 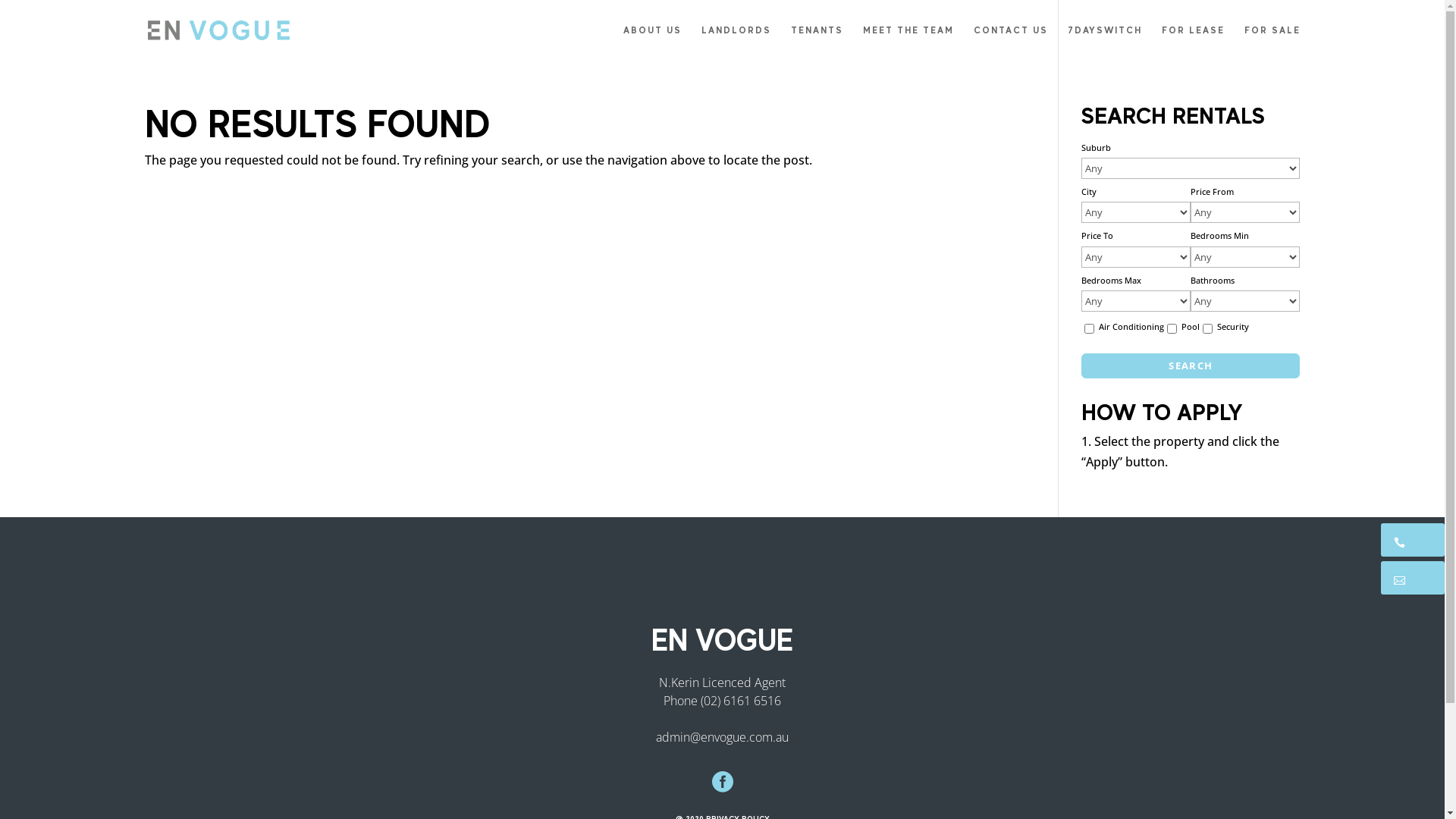 I want to click on 'FOR SALE', so click(x=1271, y=42).